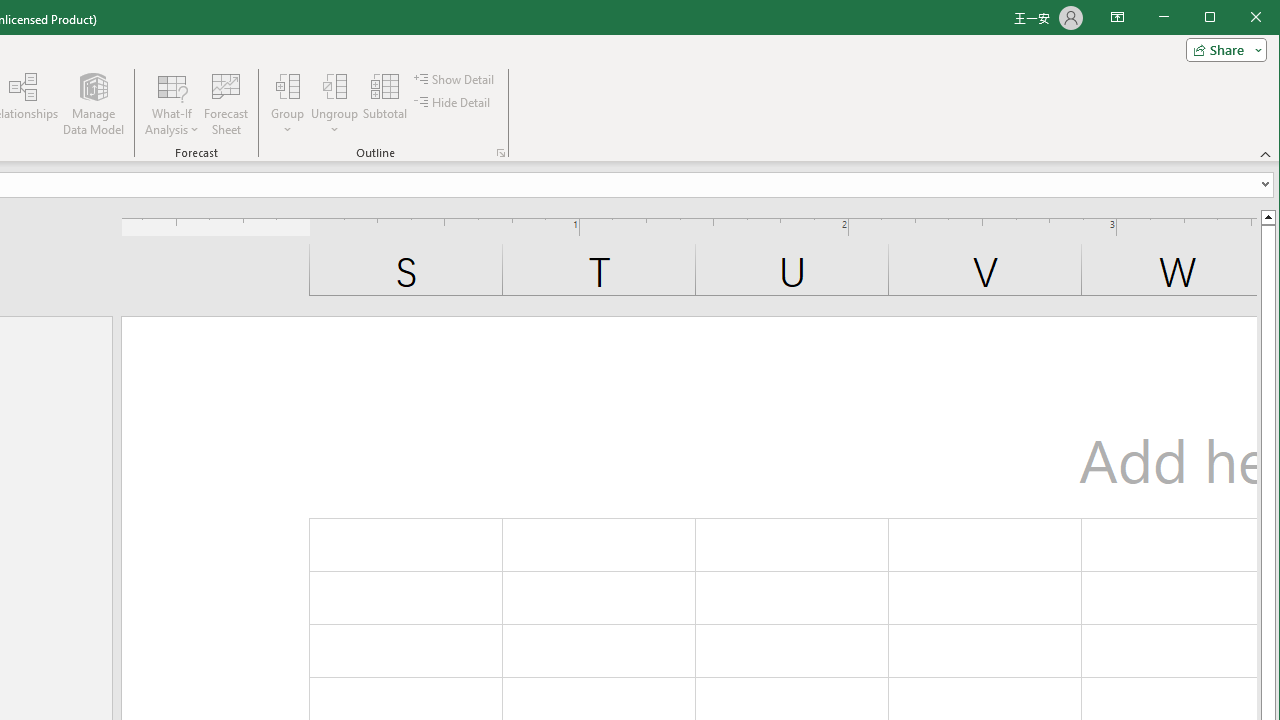 The image size is (1280, 720). I want to click on 'Show Detail', so click(454, 78).